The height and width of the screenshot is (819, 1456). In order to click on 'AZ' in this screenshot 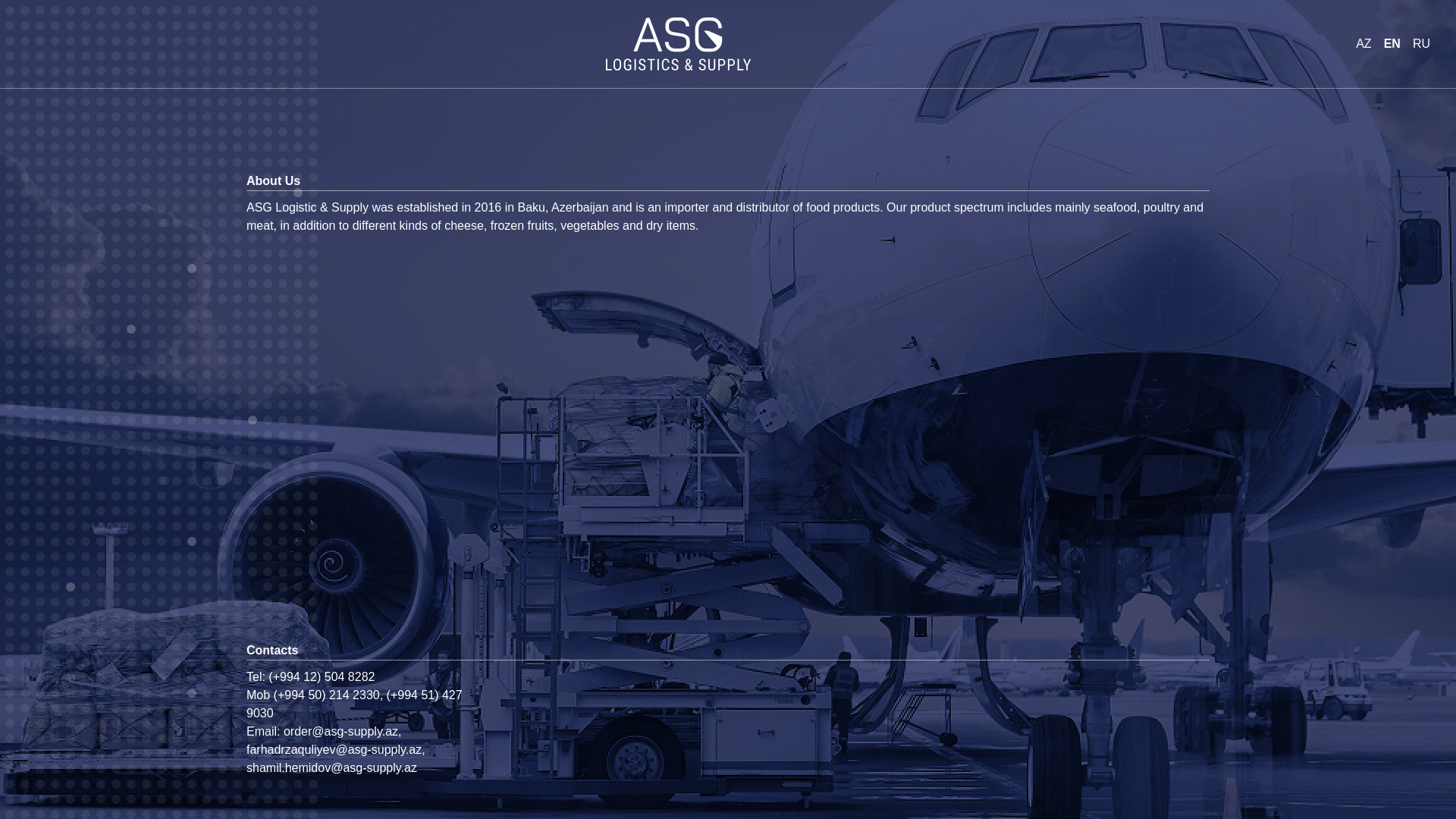, I will do `click(1363, 42)`.